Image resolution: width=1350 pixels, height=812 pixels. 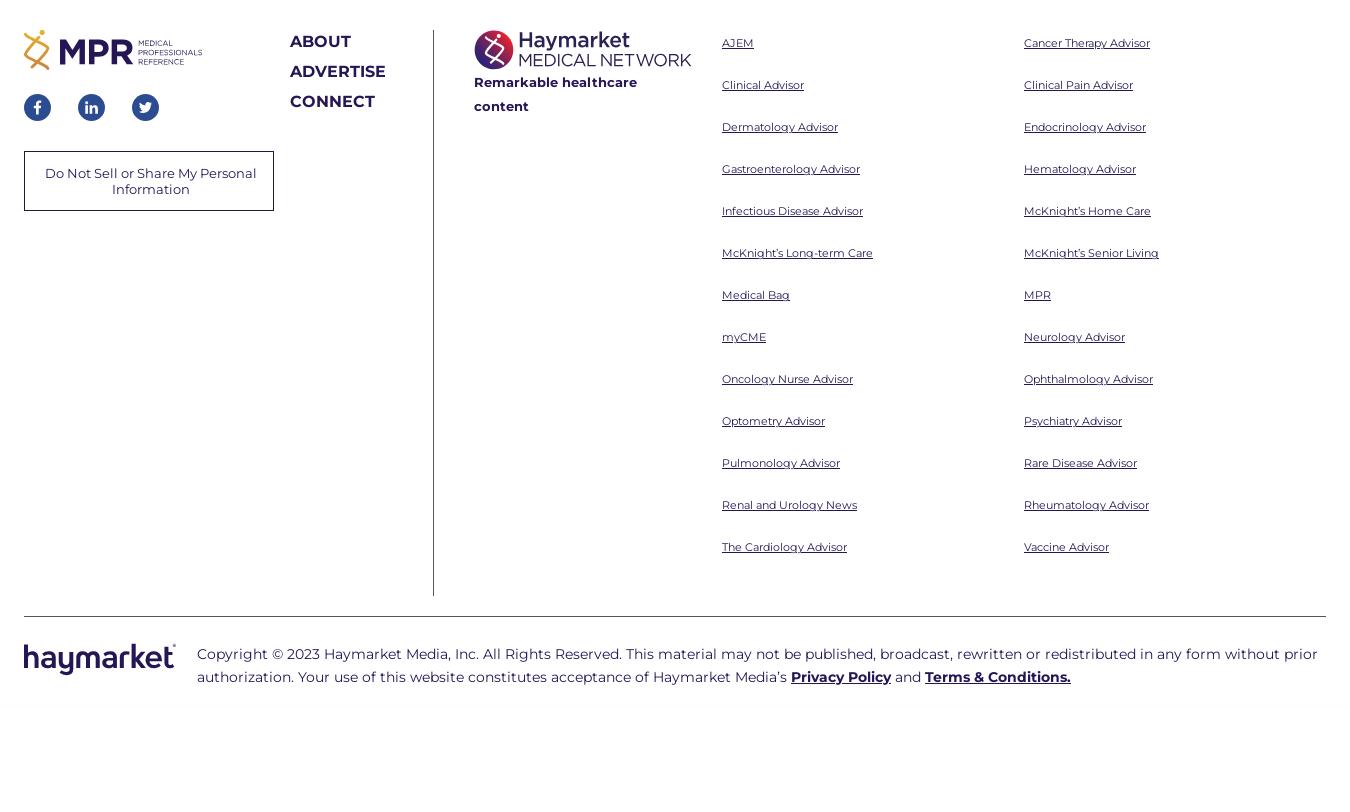 What do you see at coordinates (1080, 190) in the screenshot?
I see `'Rare Disease Advisor'` at bounding box center [1080, 190].